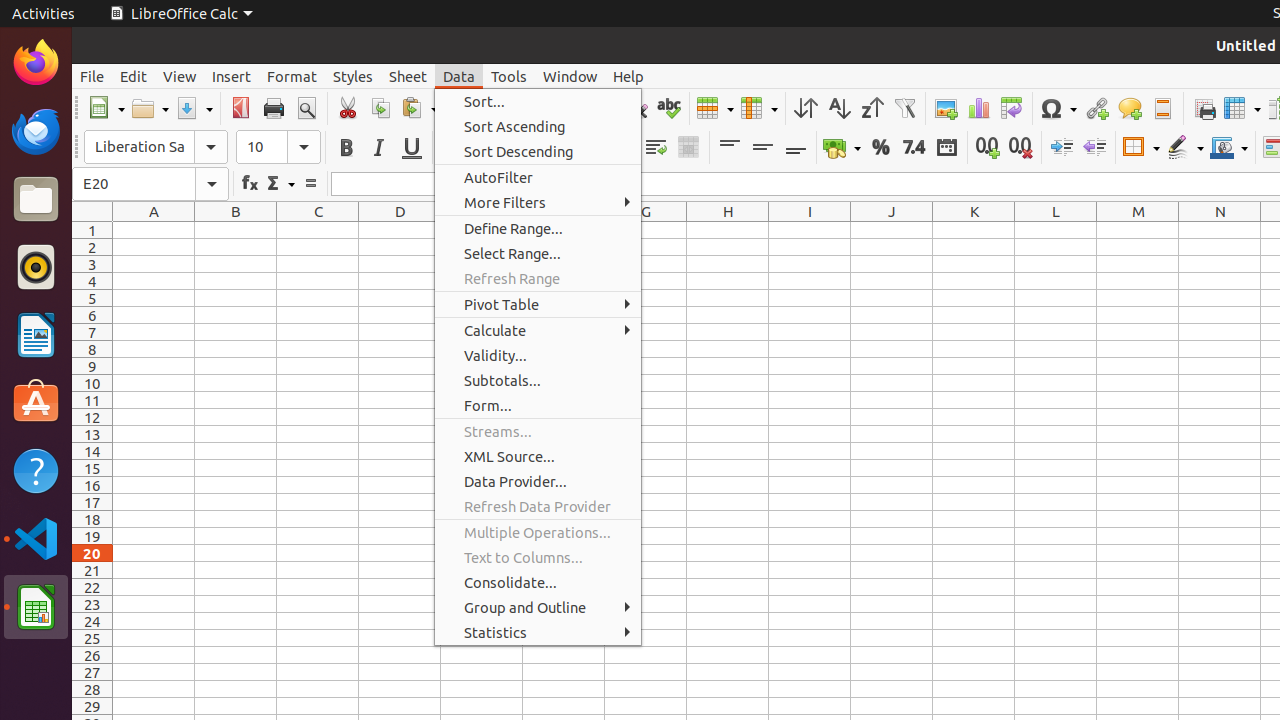 Image resolution: width=1280 pixels, height=720 pixels. What do you see at coordinates (231, 75) in the screenshot?
I see `'Insert'` at bounding box center [231, 75].